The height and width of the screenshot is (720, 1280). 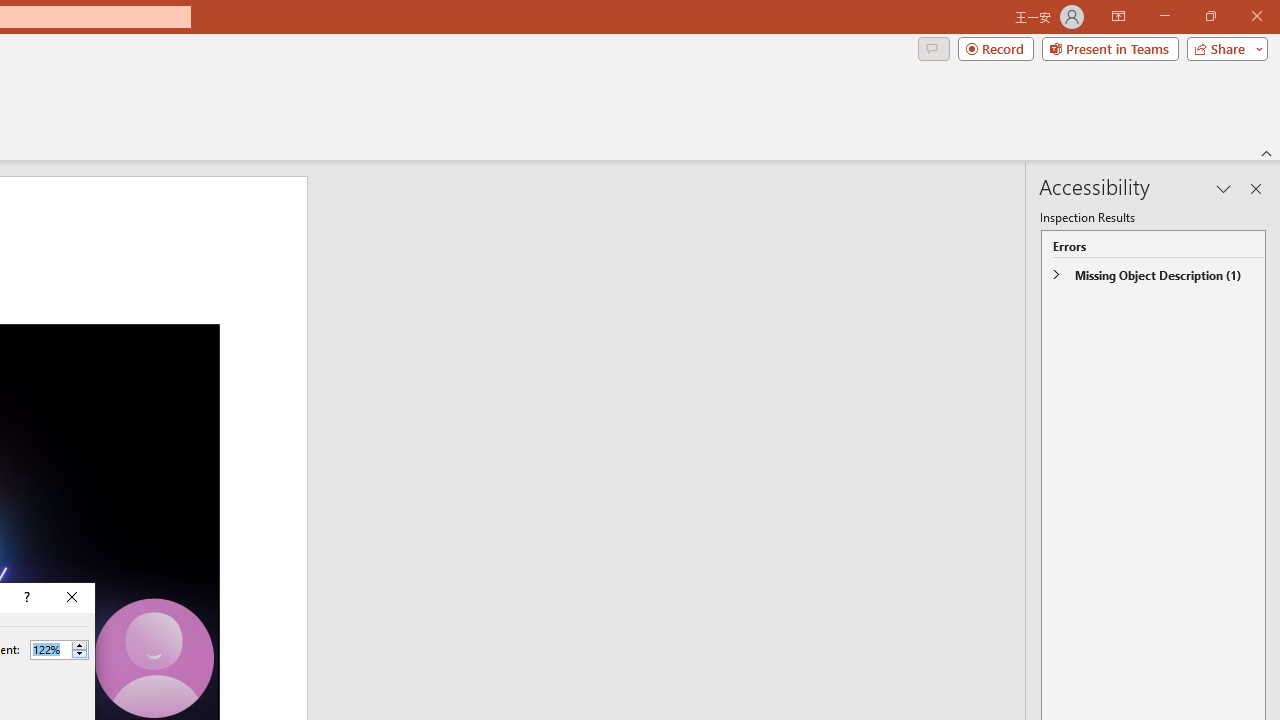 I want to click on 'Percent', so click(x=50, y=649).